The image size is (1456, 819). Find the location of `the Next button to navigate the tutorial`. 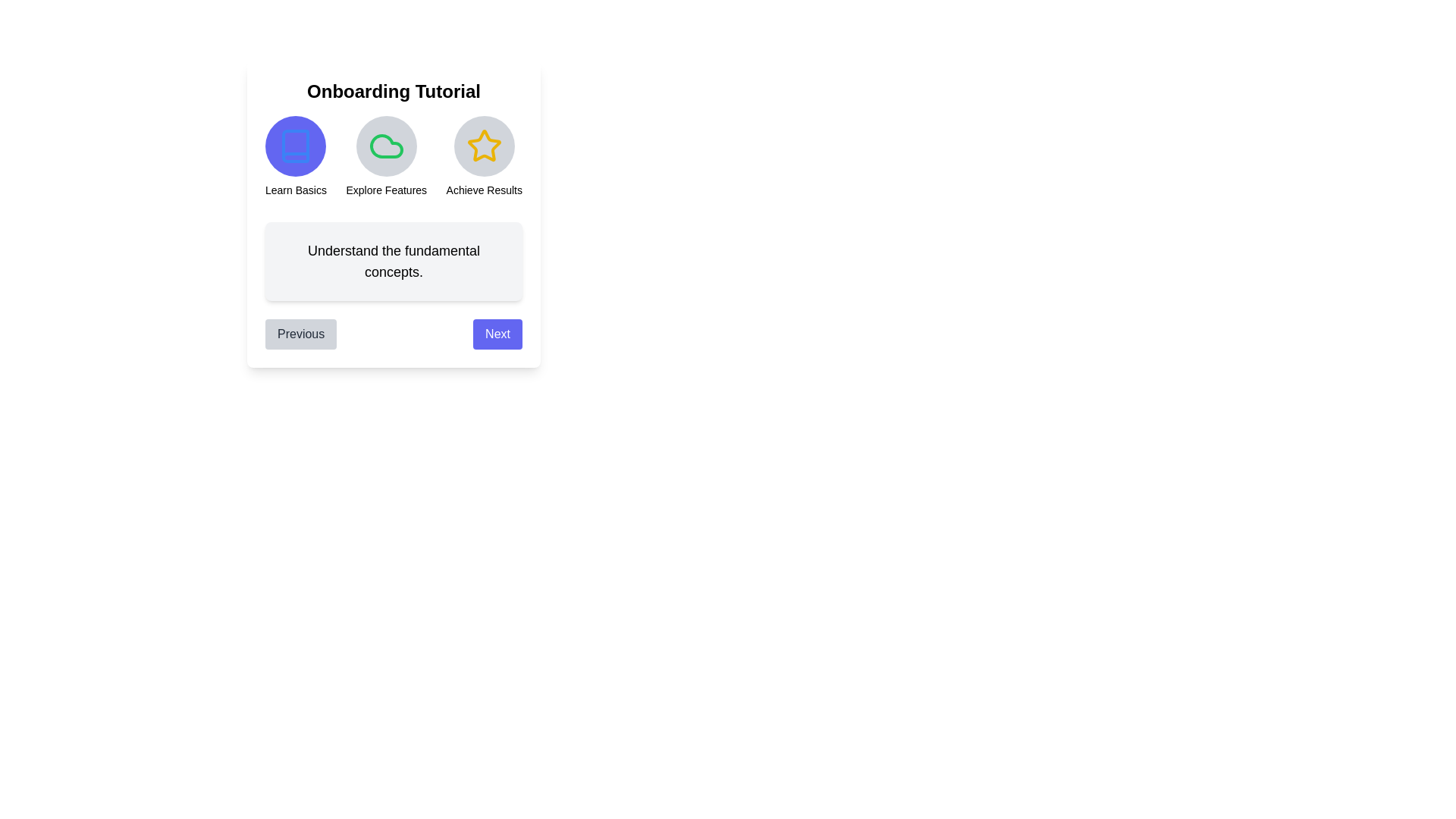

the Next button to navigate the tutorial is located at coordinates (497, 333).